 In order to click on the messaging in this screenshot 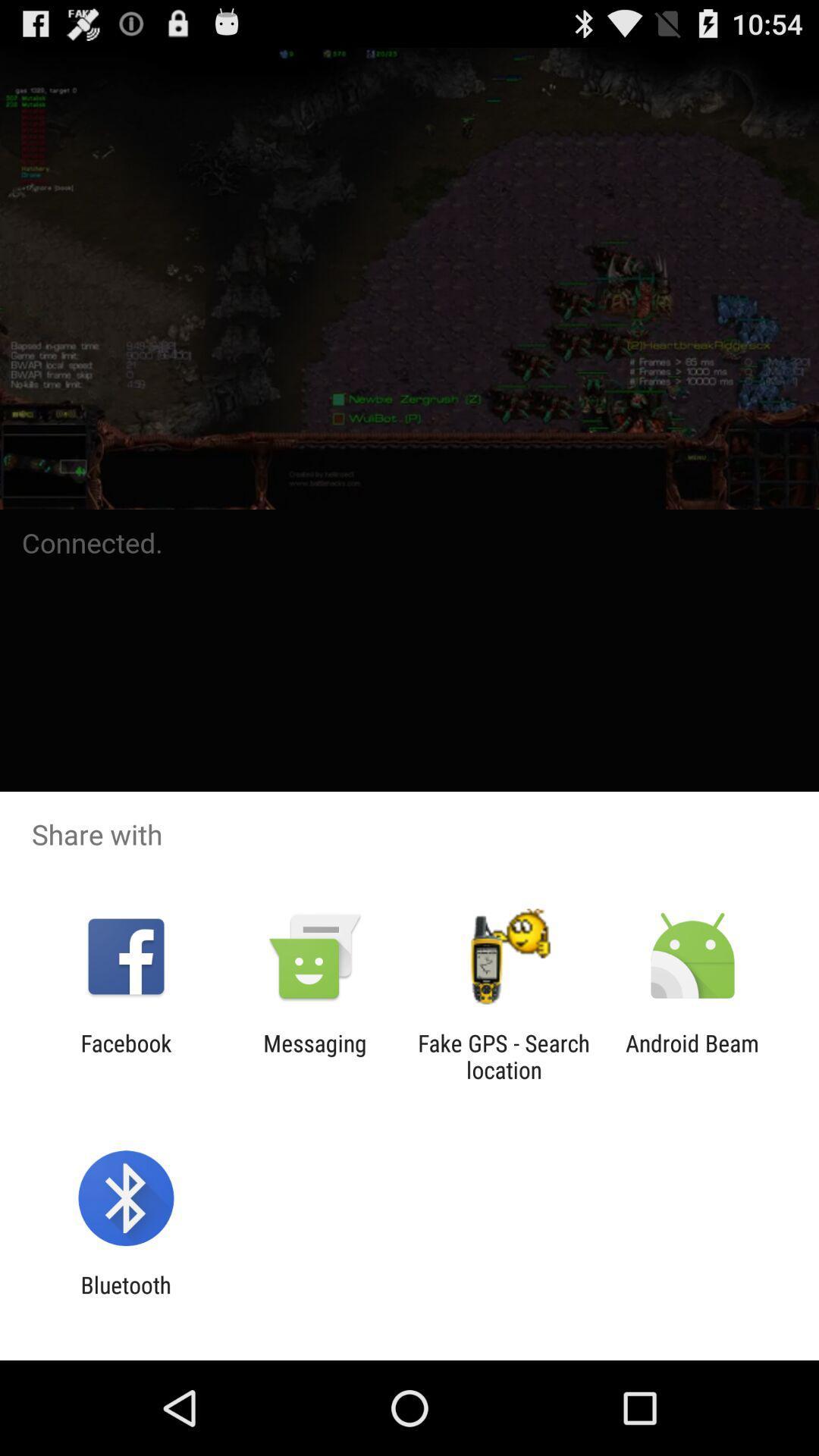, I will do `click(314, 1056)`.